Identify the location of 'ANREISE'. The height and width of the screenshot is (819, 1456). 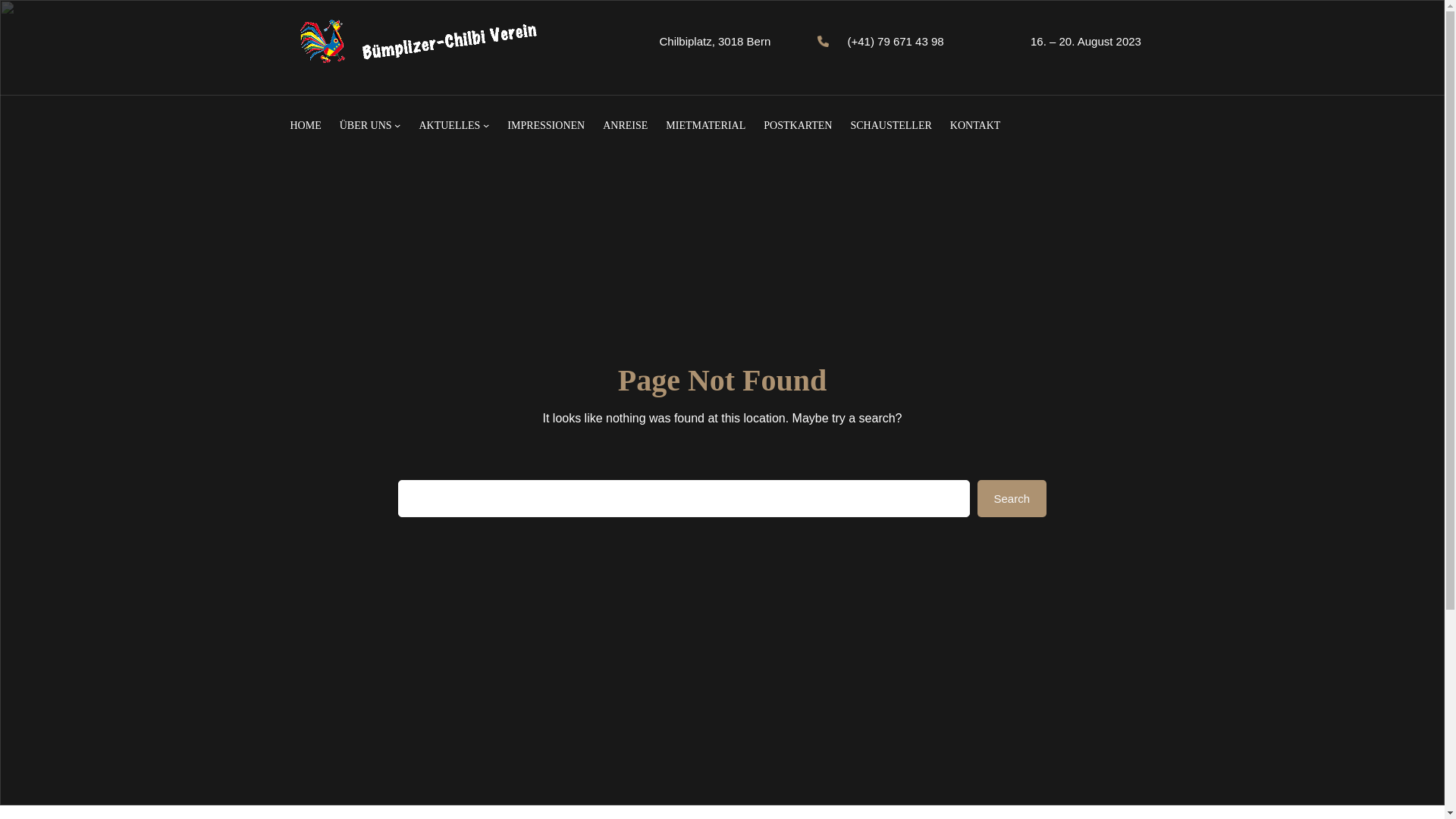
(602, 124).